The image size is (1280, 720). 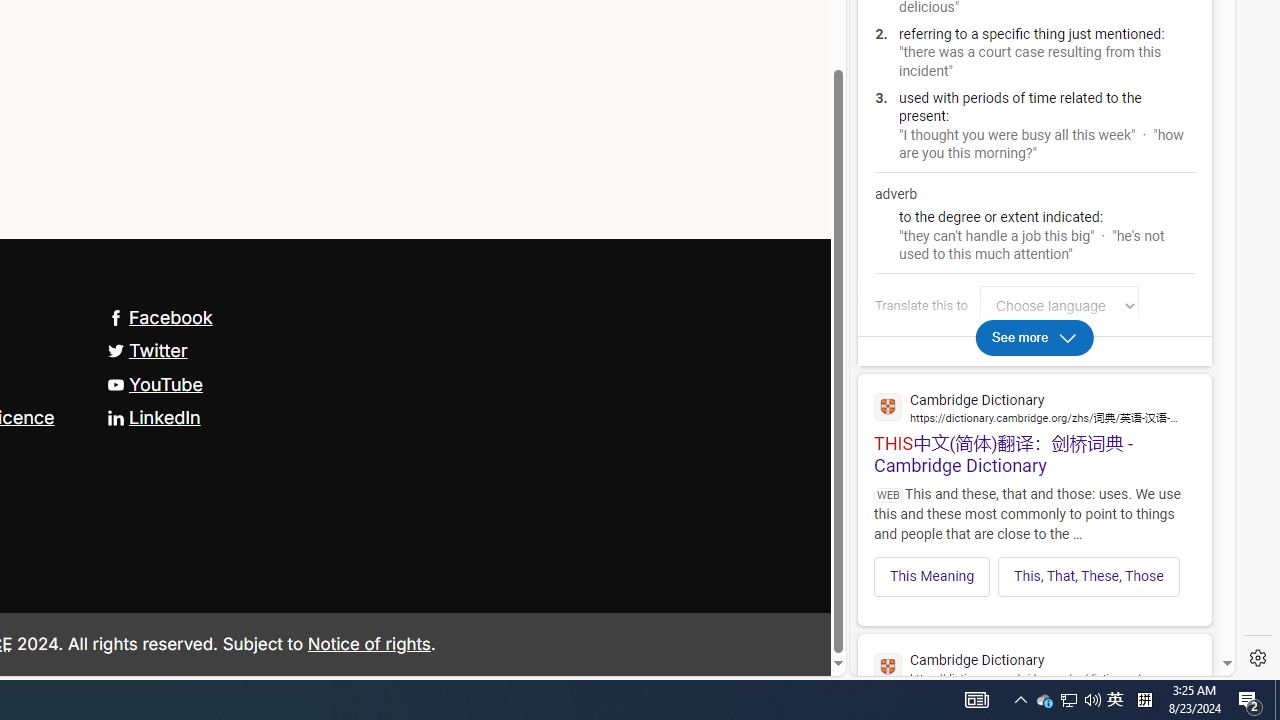 What do you see at coordinates (887, 667) in the screenshot?
I see `'Global web icon'` at bounding box center [887, 667].